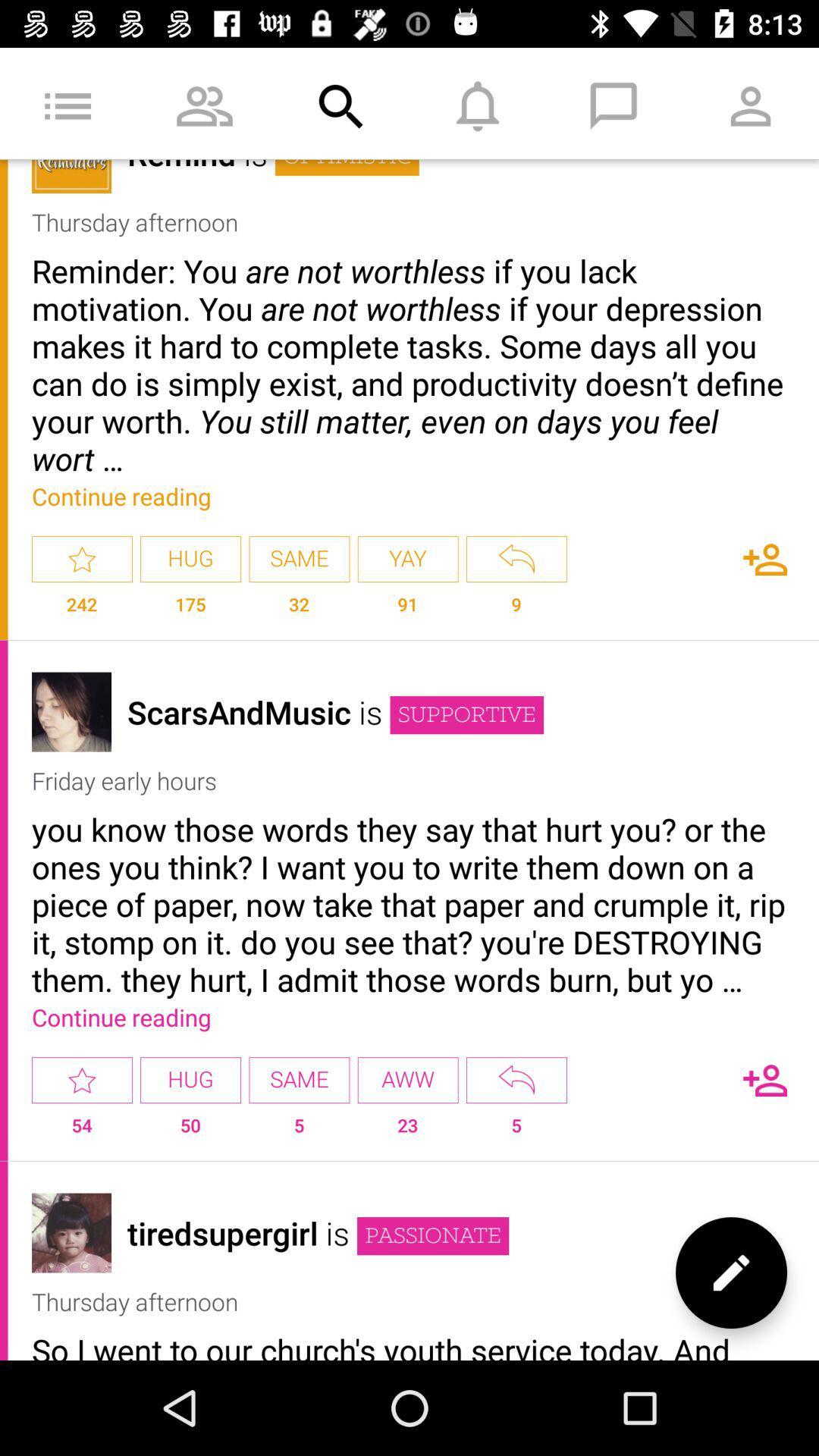  I want to click on the app next to the hug icon, so click(82, 1079).